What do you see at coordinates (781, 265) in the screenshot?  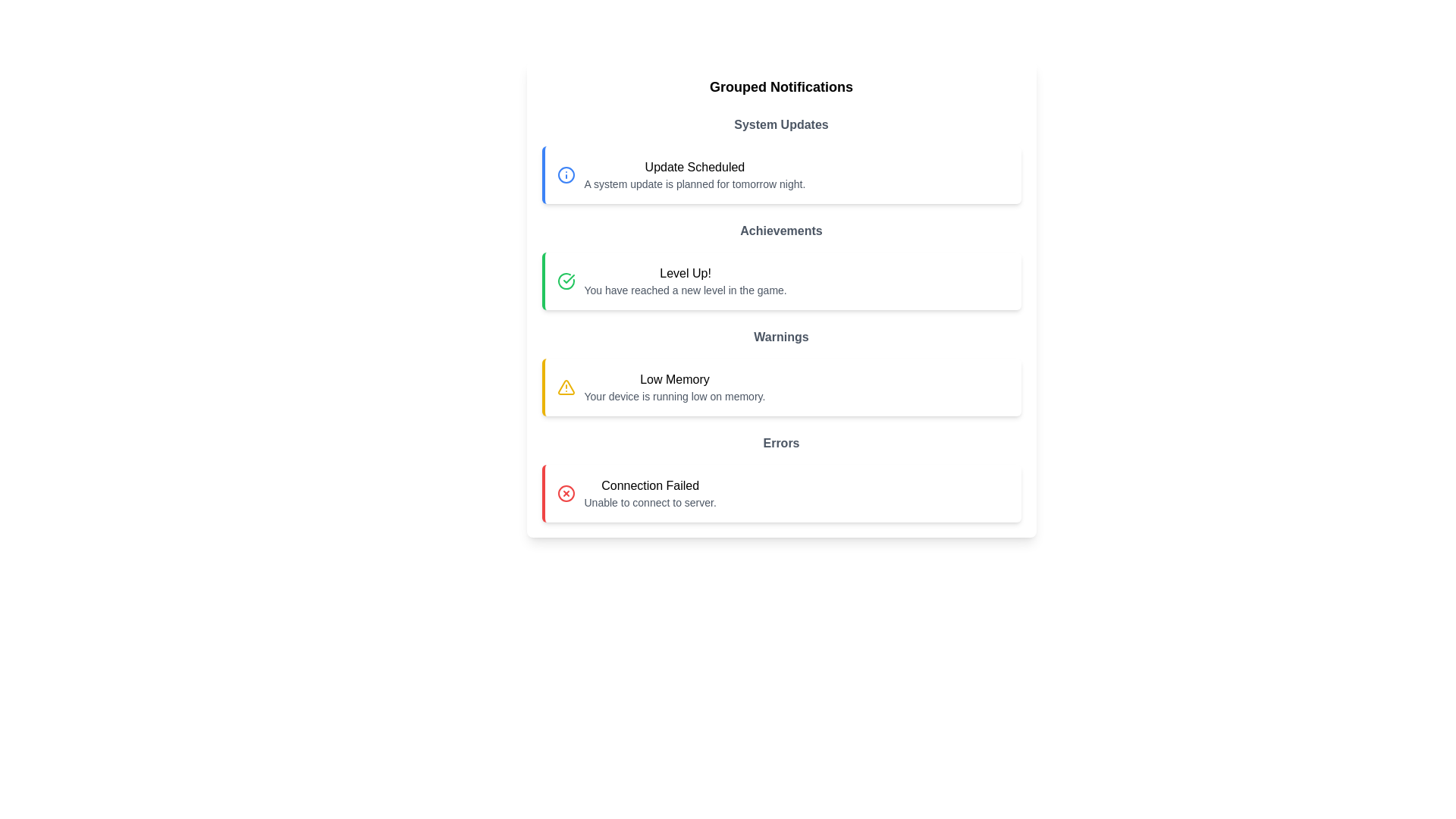 I see `the second Notification Card in the Grouped Notifications section that informs the user of a recent achievement indicating level progression` at bounding box center [781, 265].